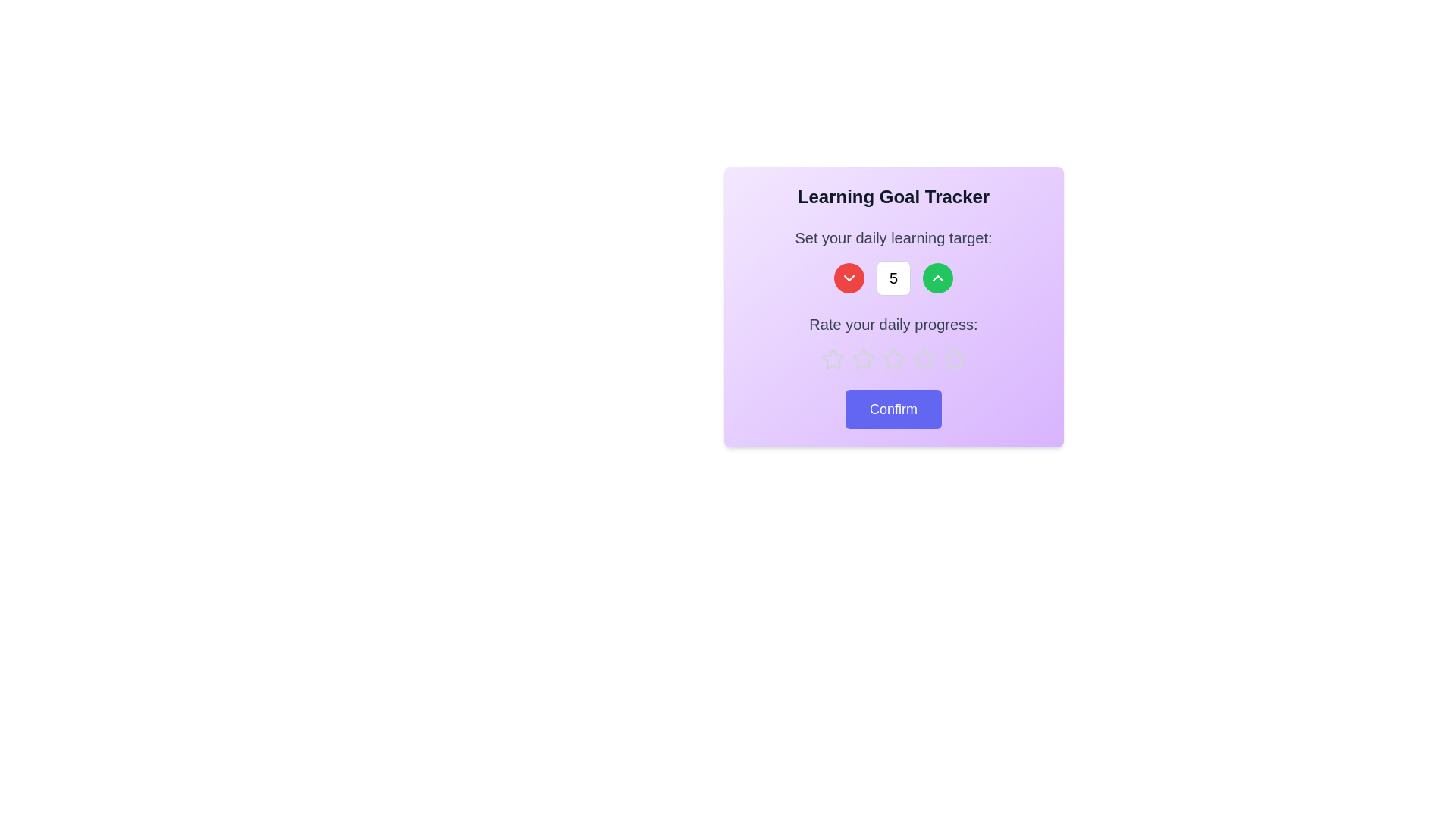  Describe the element at coordinates (893, 278) in the screenshot. I see `current numeric value displayed in the Text display box located between the red downward arrow button and the green upward arrow button in the 'Set your daily learning target' section` at that location.